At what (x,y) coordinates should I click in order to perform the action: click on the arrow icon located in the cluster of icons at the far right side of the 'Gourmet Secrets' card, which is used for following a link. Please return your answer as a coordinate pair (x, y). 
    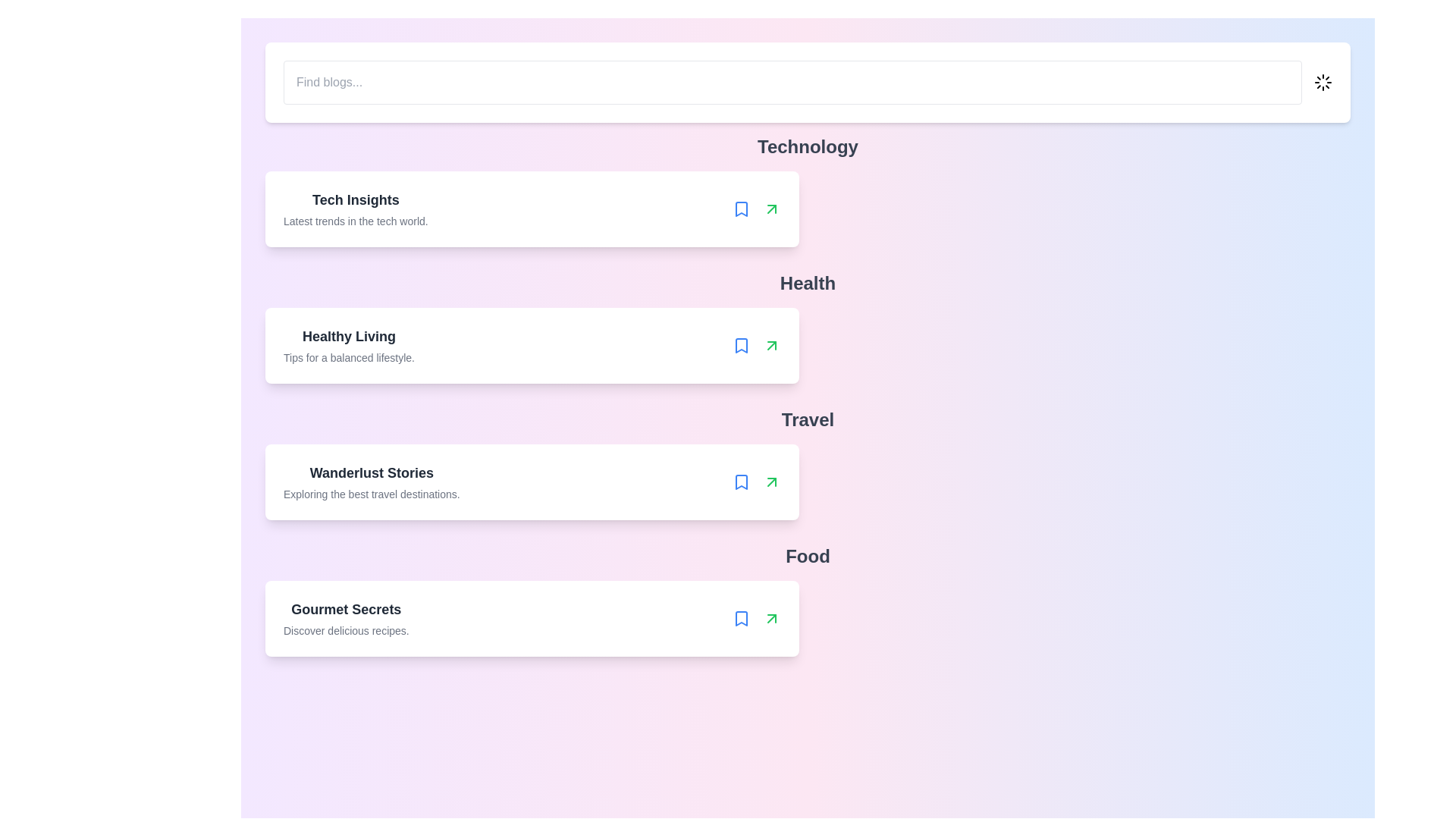
    Looking at the image, I should click on (756, 619).